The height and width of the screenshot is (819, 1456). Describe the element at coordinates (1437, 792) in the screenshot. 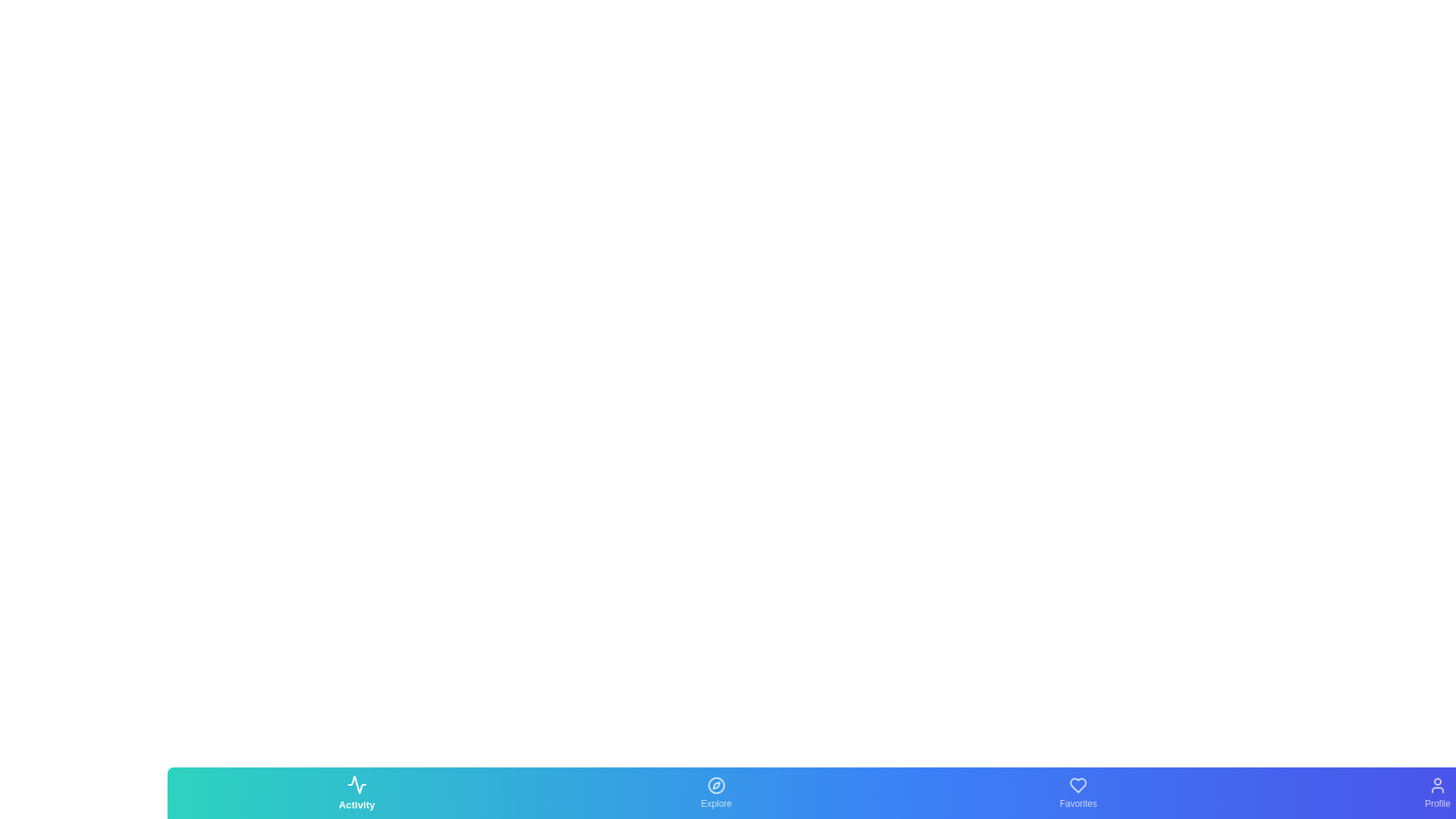

I see `the Profile tab icon` at that location.